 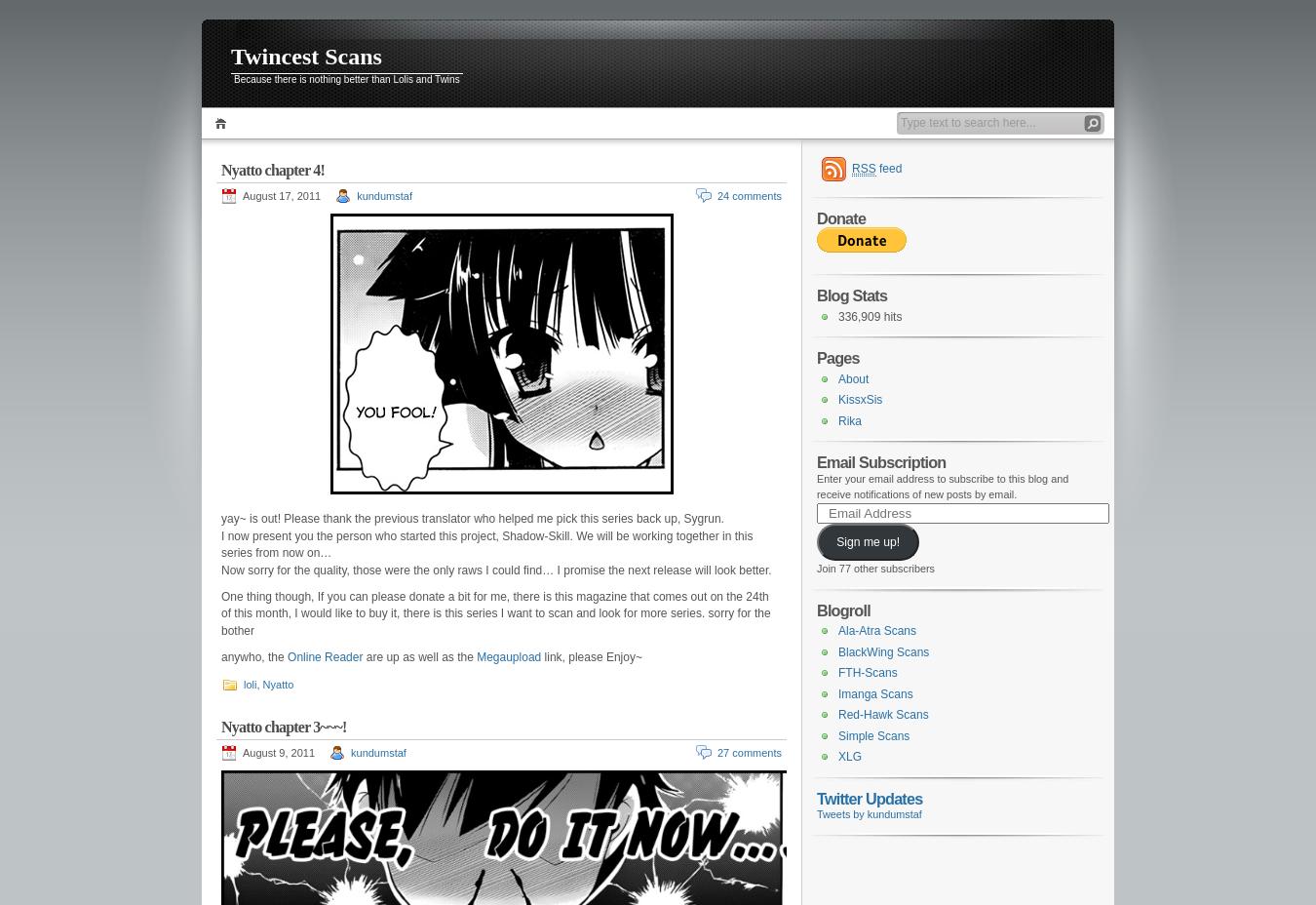 I want to click on 'KissxSis', so click(x=860, y=399).